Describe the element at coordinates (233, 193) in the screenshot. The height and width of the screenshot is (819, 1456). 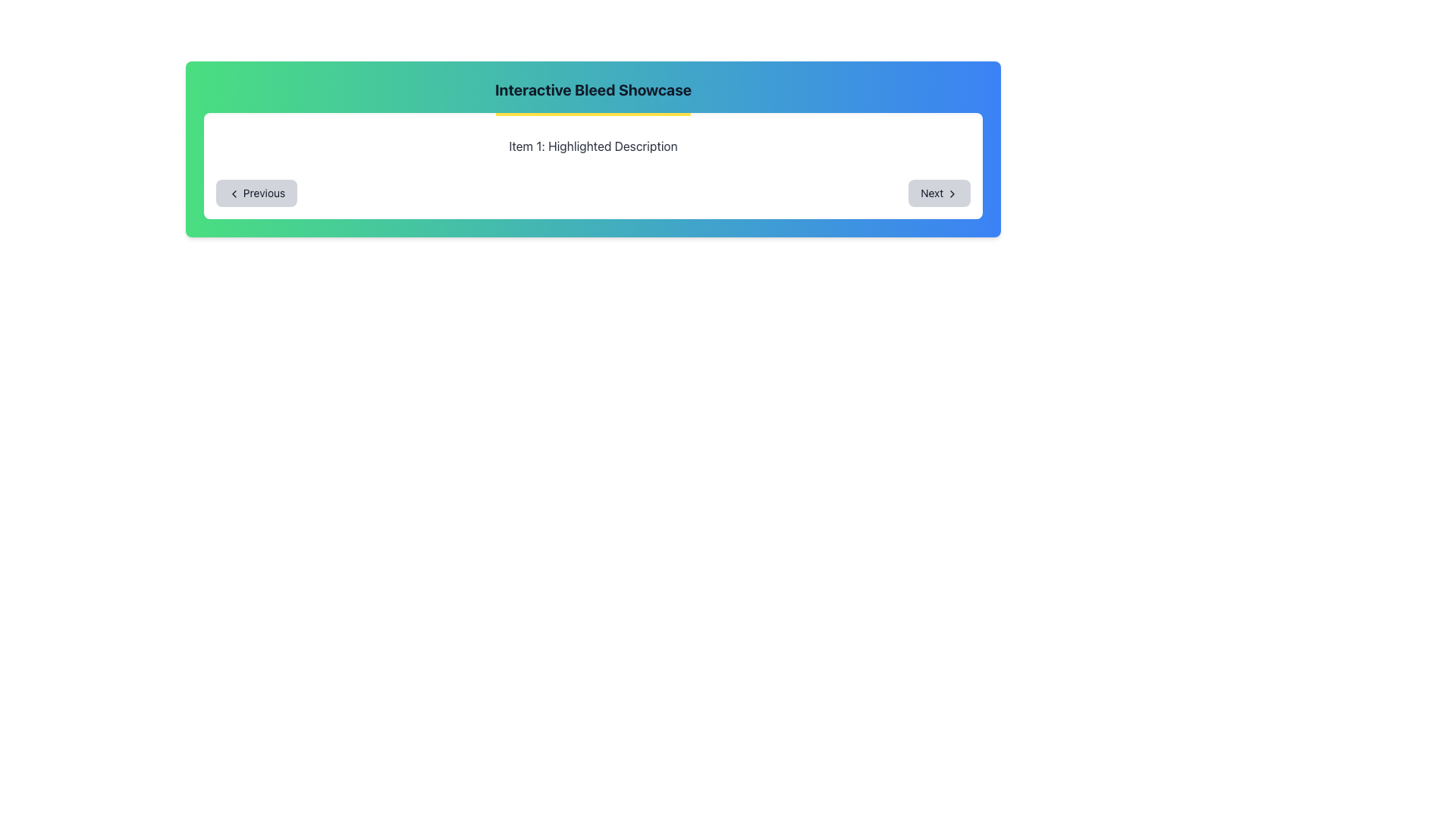
I see `the 'Previous' icon in the navigational interface` at that location.